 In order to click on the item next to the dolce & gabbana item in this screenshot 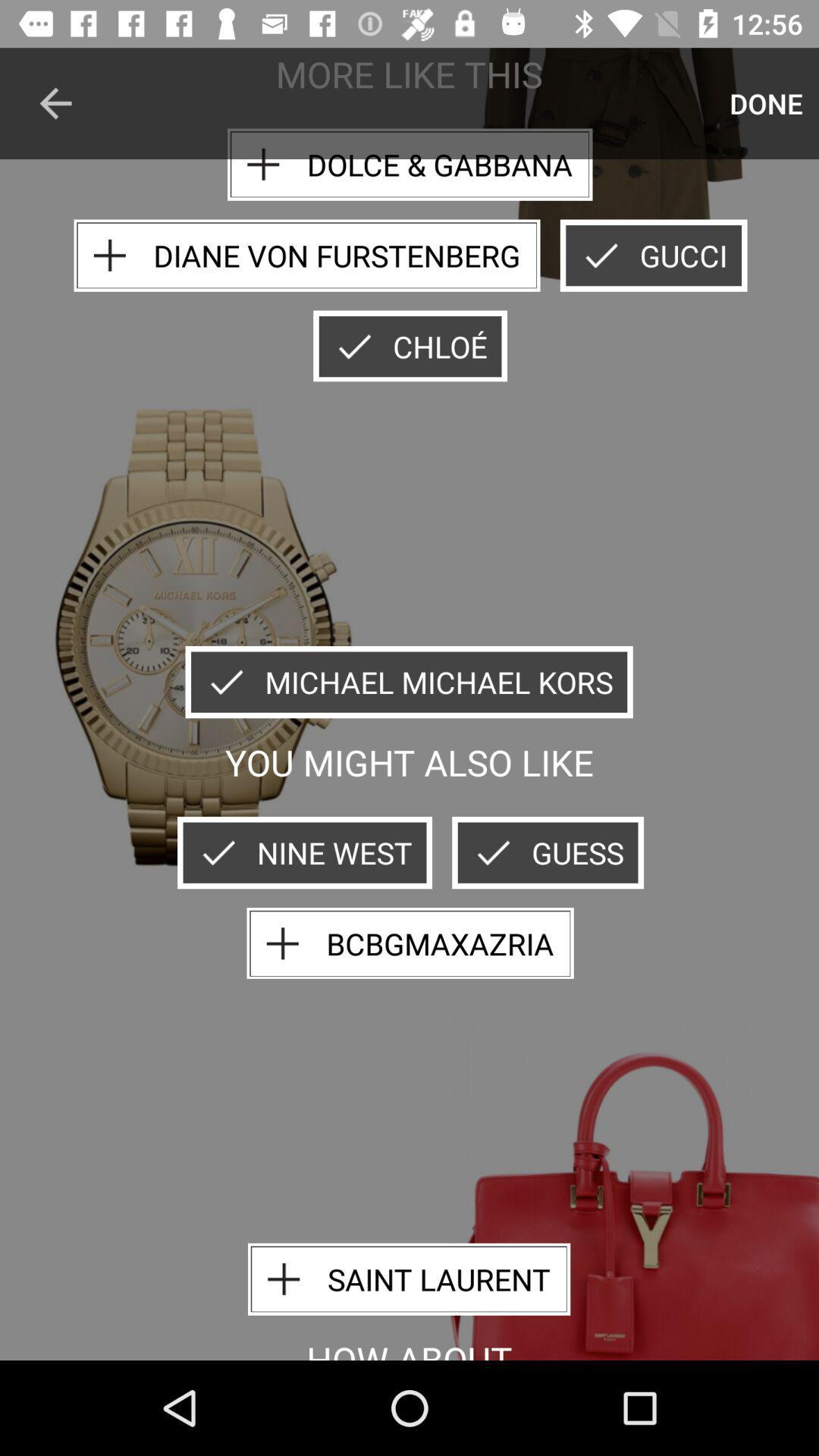, I will do `click(55, 102)`.